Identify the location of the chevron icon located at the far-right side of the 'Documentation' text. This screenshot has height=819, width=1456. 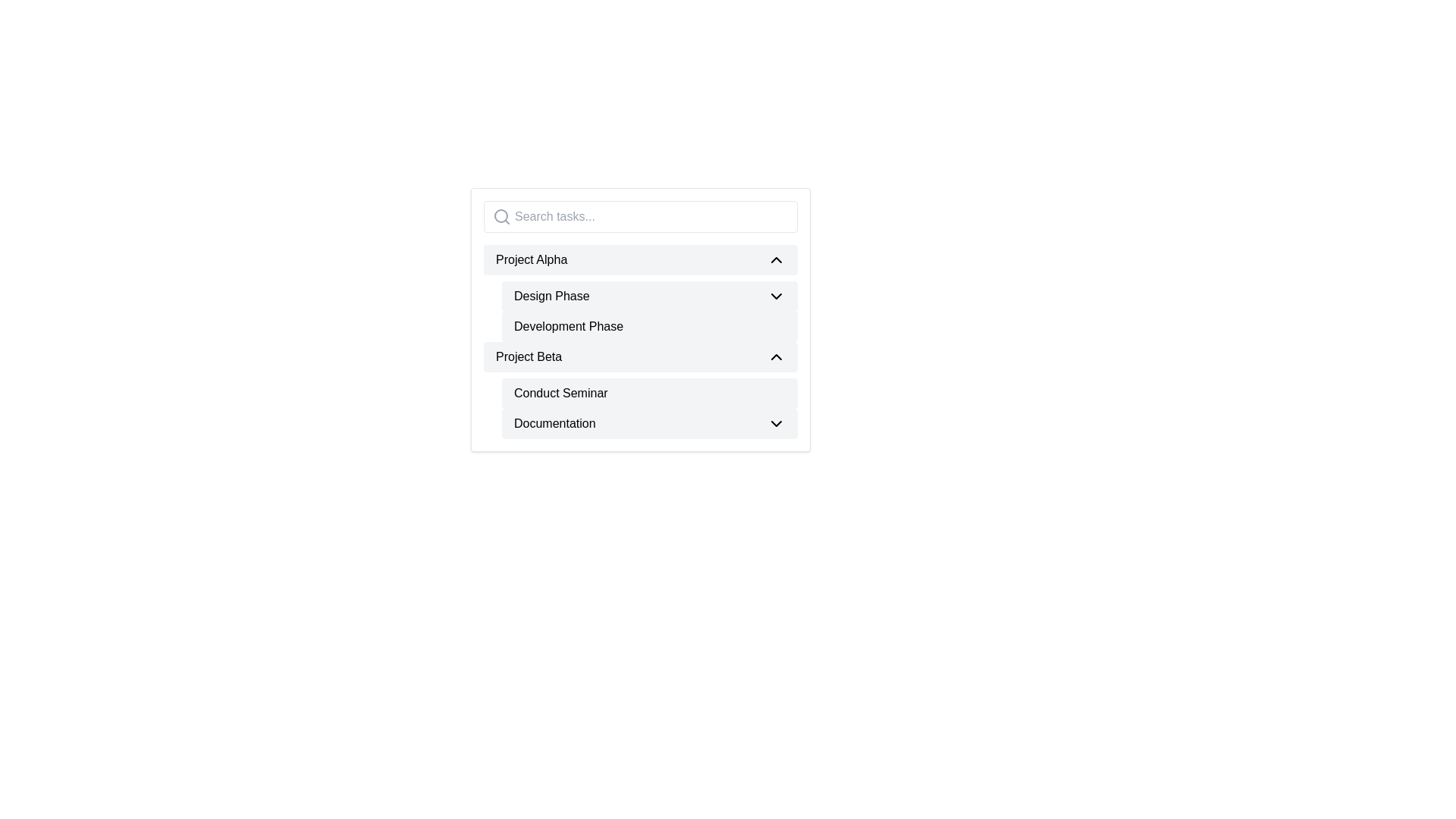
(776, 424).